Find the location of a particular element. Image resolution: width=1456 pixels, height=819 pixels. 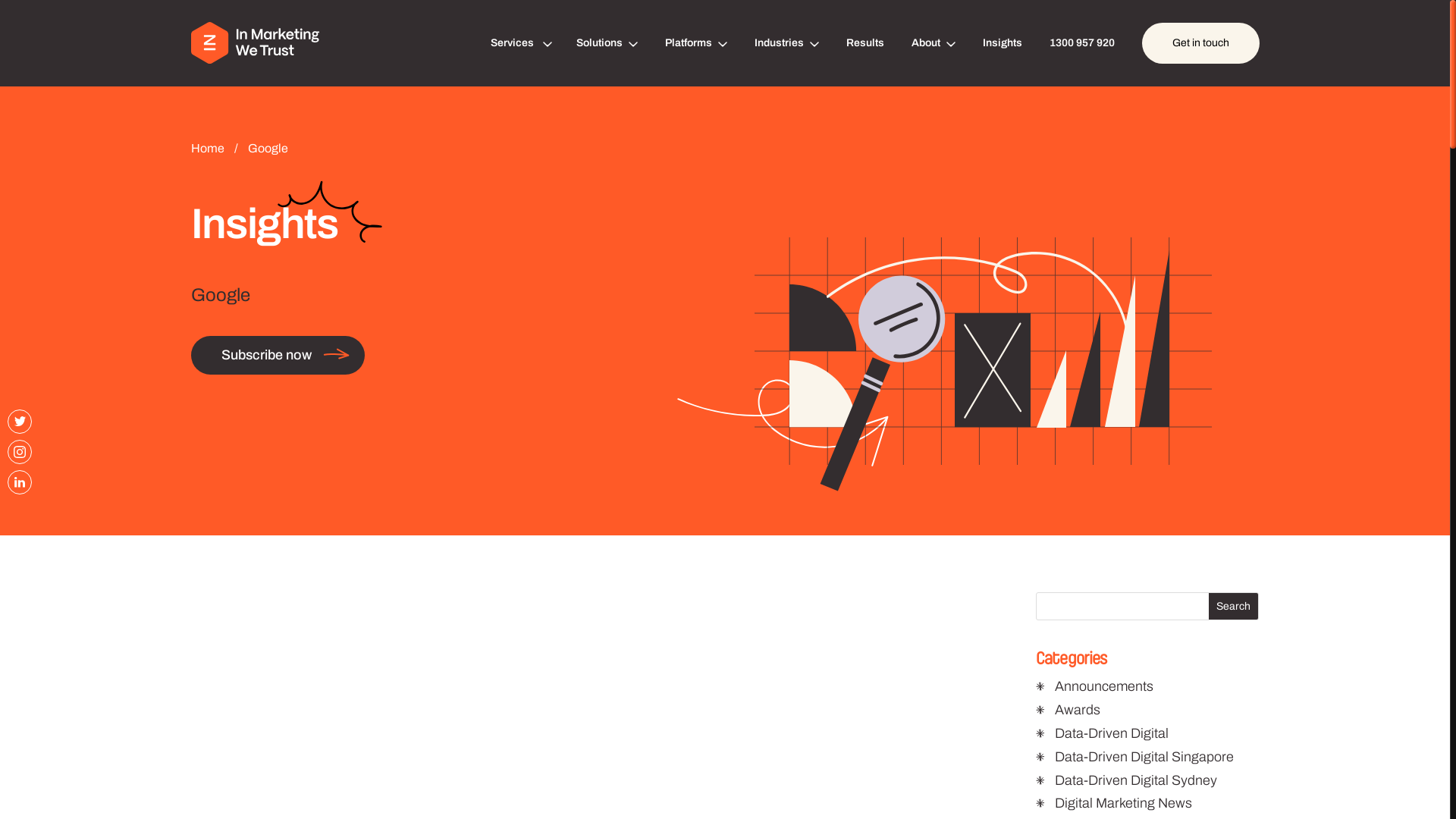

'1300 957 920' is located at coordinates (1081, 42).